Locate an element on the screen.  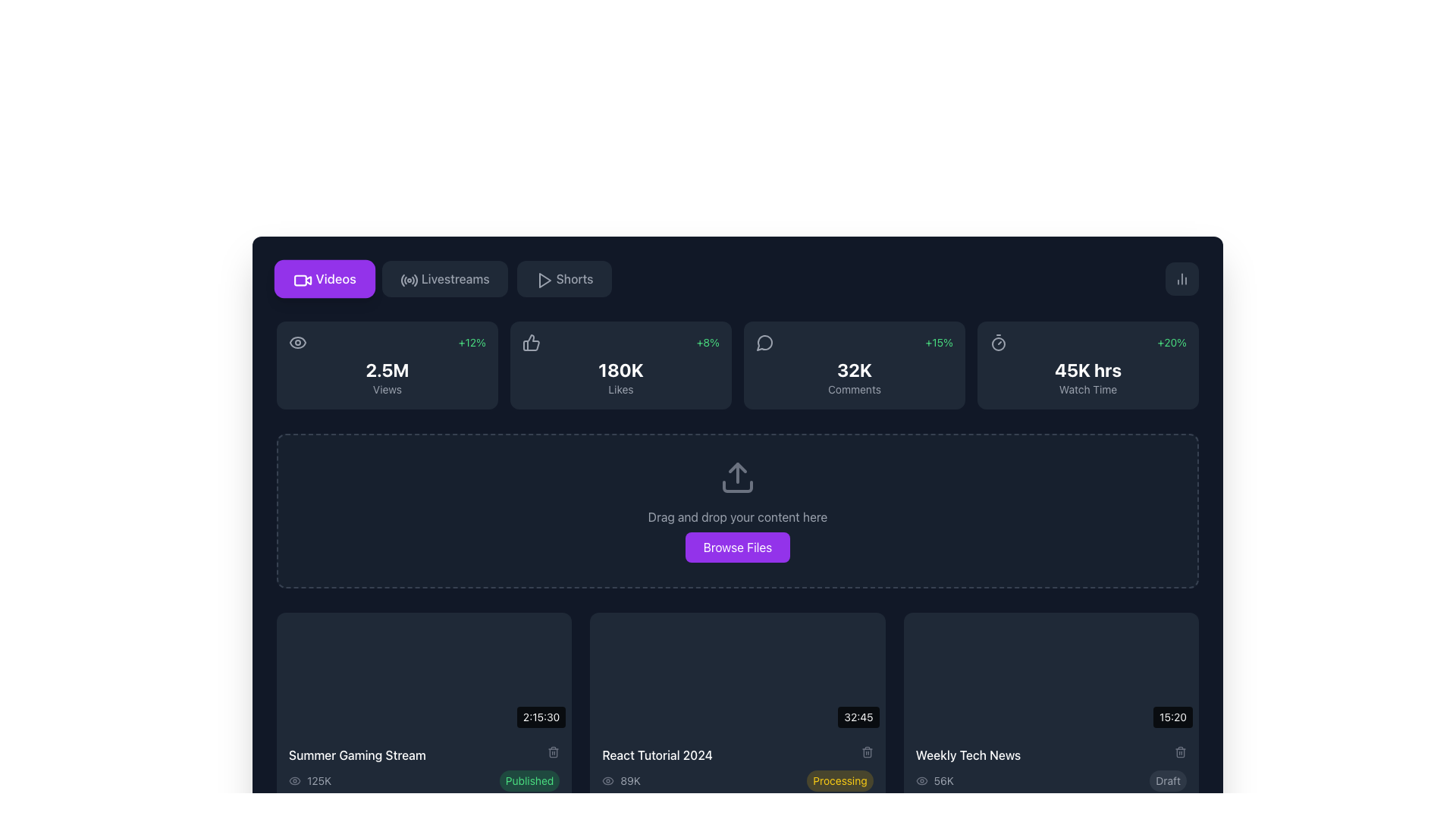
the text display showing '180K' in bold, white font, positioned at the top of the 'Likes' box with a thumb-up icon is located at coordinates (621, 370).